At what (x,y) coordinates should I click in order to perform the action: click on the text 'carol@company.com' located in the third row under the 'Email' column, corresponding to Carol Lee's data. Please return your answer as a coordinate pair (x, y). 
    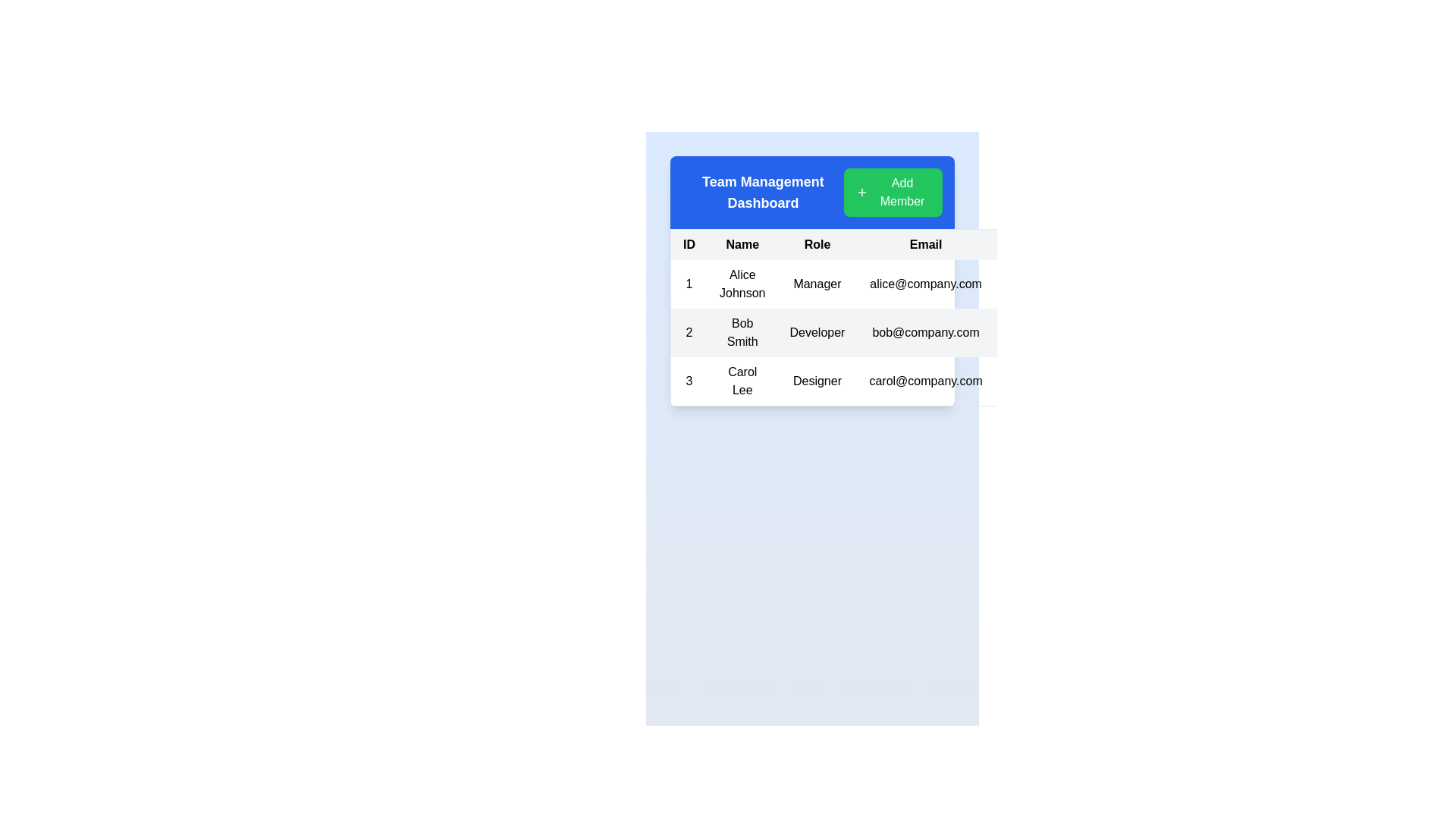
    Looking at the image, I should click on (925, 381).